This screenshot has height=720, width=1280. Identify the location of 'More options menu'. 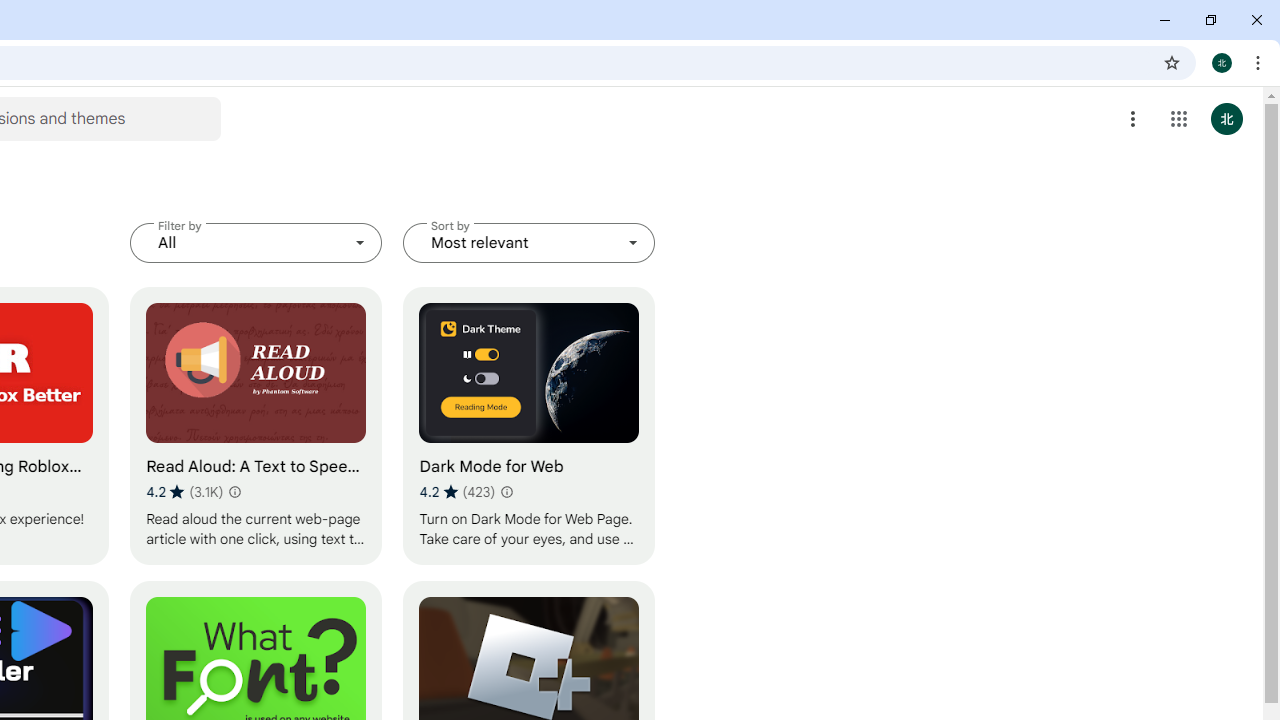
(1133, 119).